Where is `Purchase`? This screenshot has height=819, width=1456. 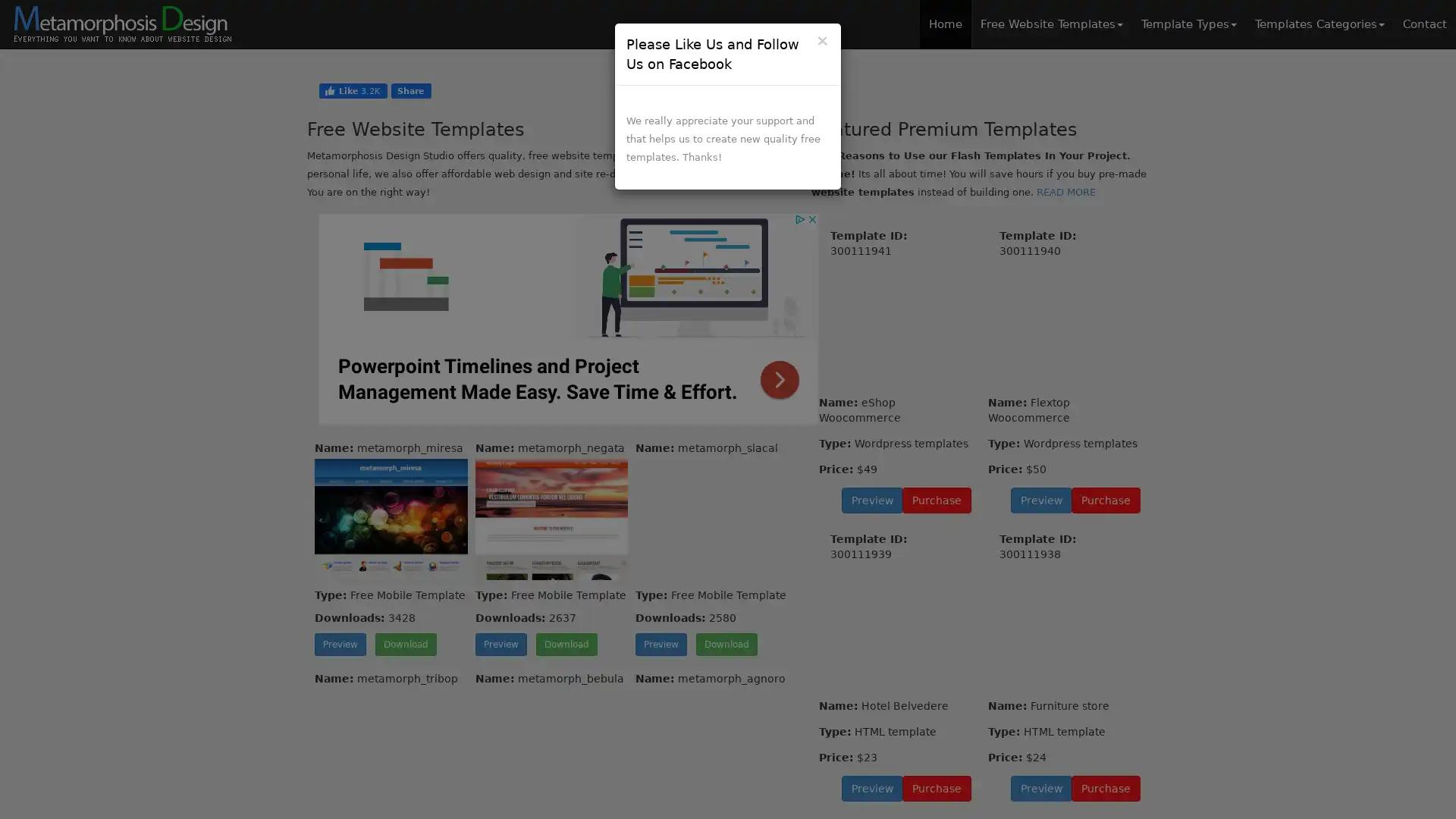 Purchase is located at coordinates (1105, 500).